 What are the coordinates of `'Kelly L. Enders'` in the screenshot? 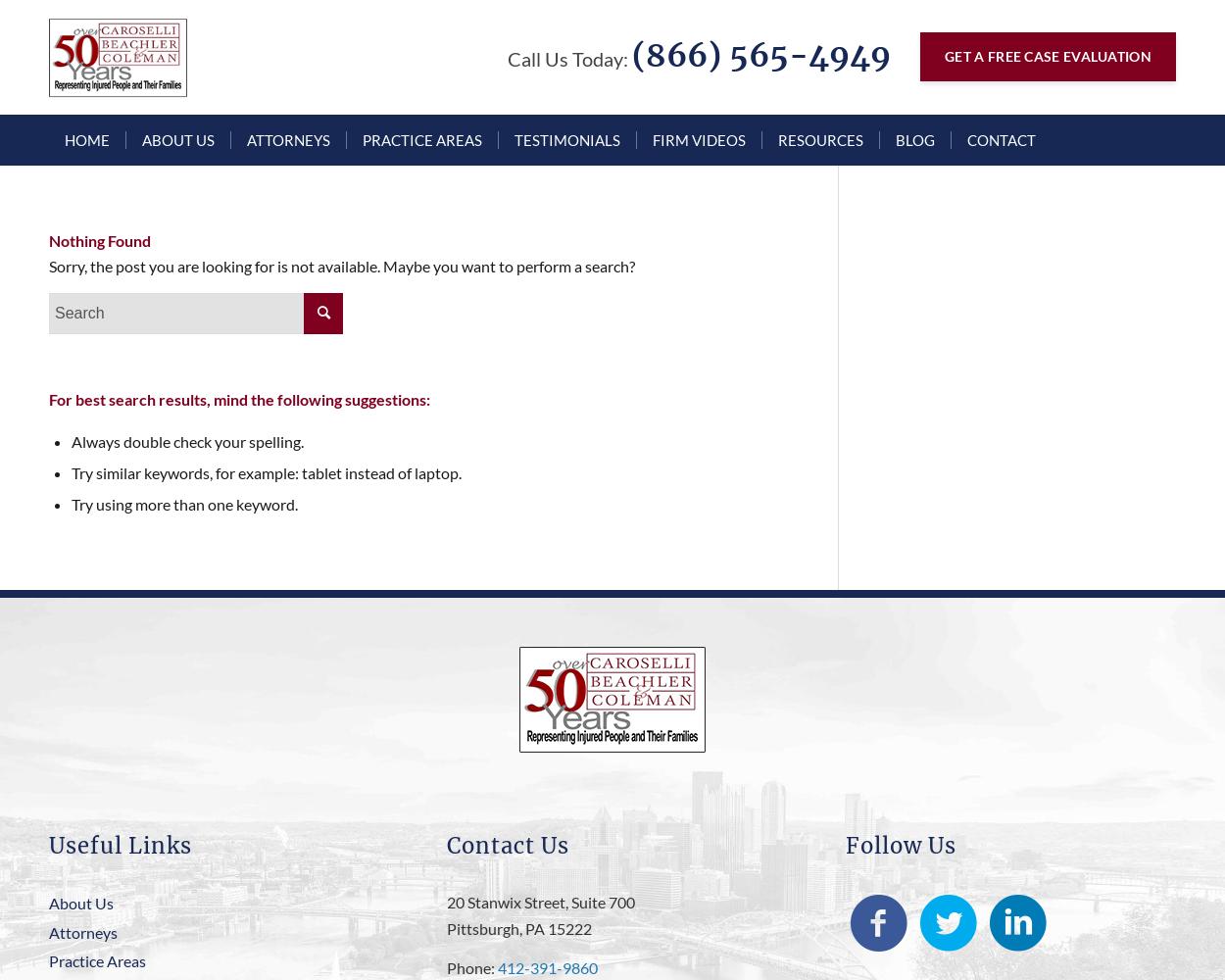 It's located at (246, 302).